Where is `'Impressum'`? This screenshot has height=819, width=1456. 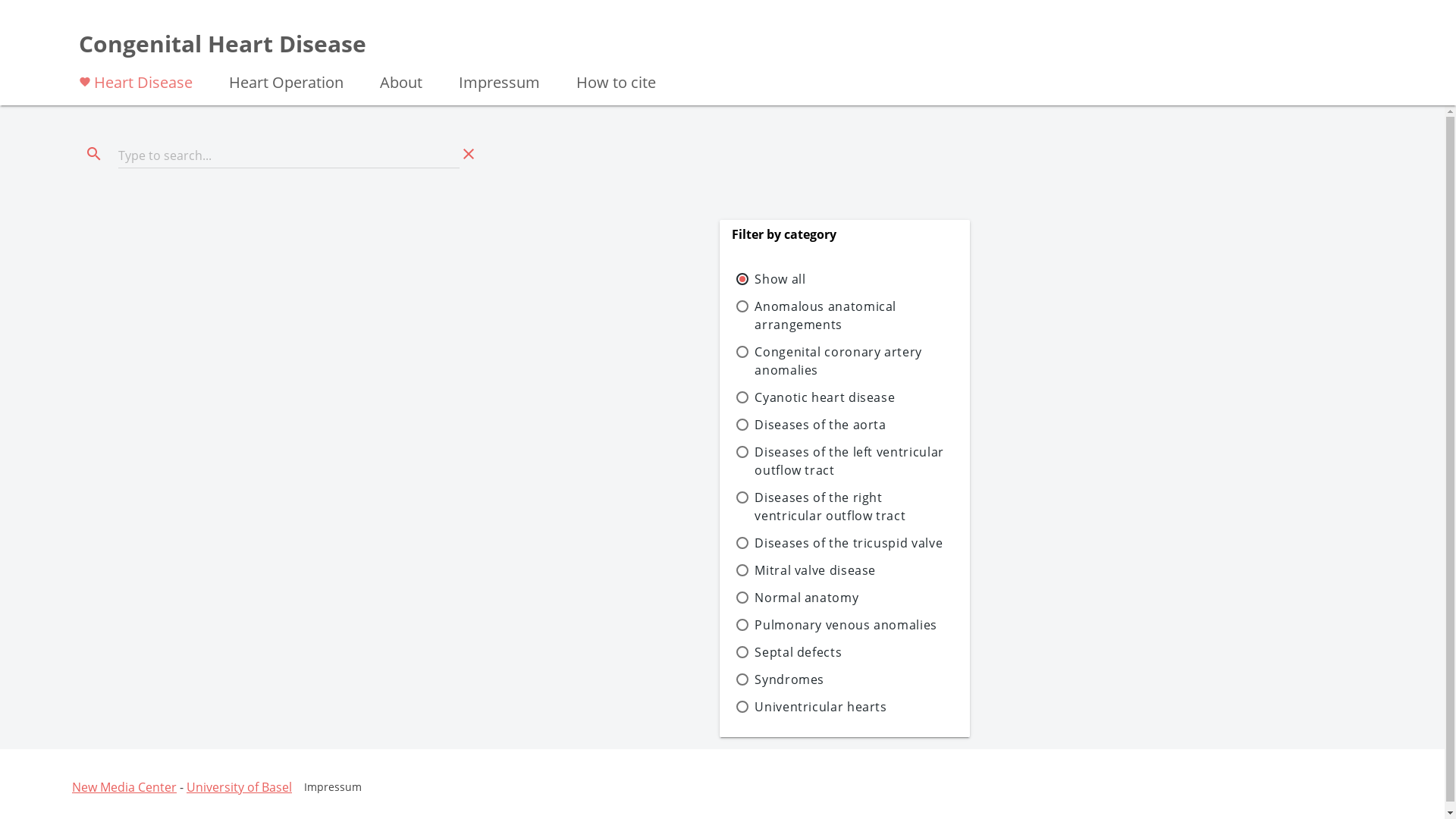 'Impressum' is located at coordinates (439, 81).